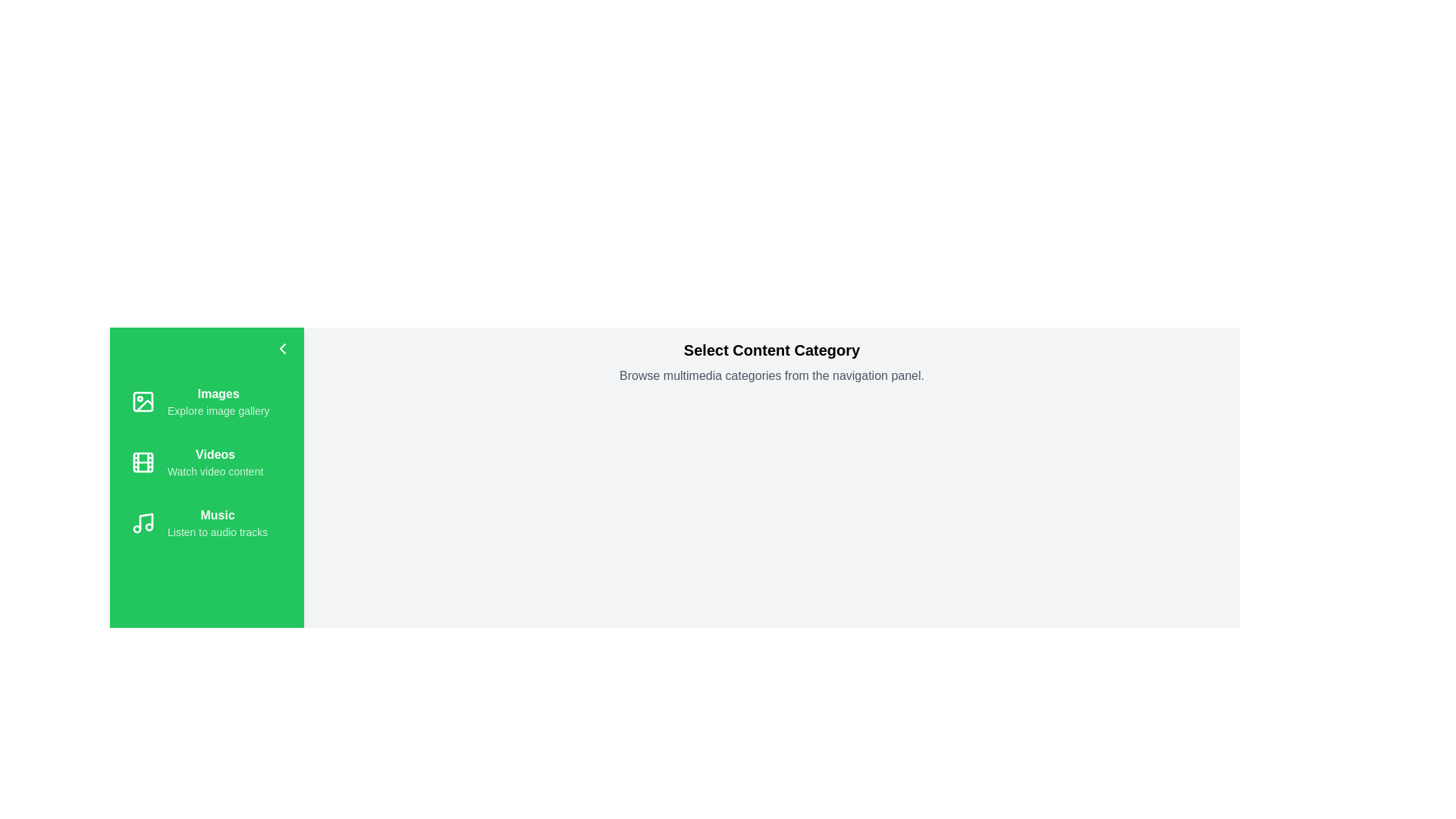 Image resolution: width=1456 pixels, height=819 pixels. Describe the element at coordinates (143, 400) in the screenshot. I see `the icon for Images in the navigation drawer` at that location.